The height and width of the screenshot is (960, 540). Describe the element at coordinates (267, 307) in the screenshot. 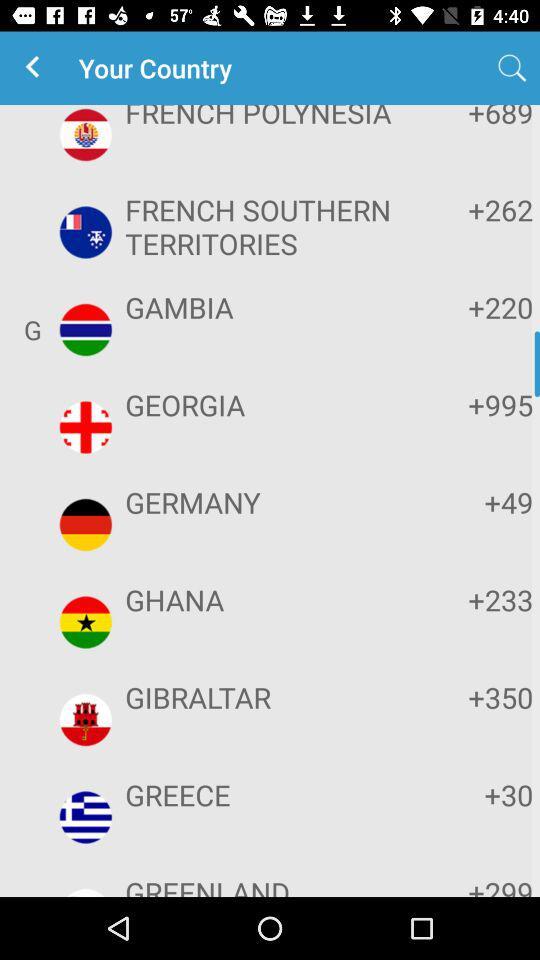

I see `the item above georgia app` at that location.